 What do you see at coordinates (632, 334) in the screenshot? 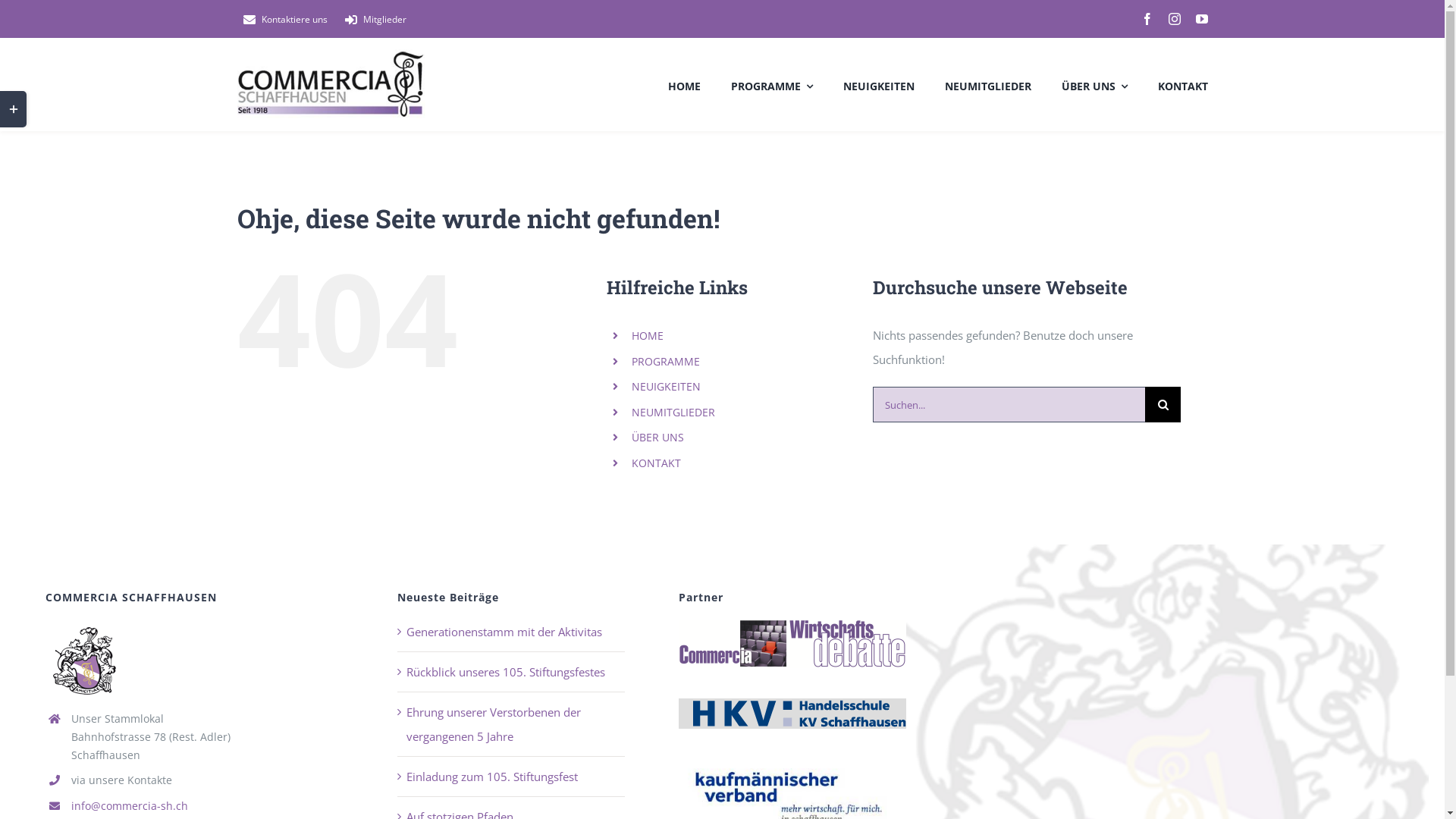
I see `'HOME'` at bounding box center [632, 334].